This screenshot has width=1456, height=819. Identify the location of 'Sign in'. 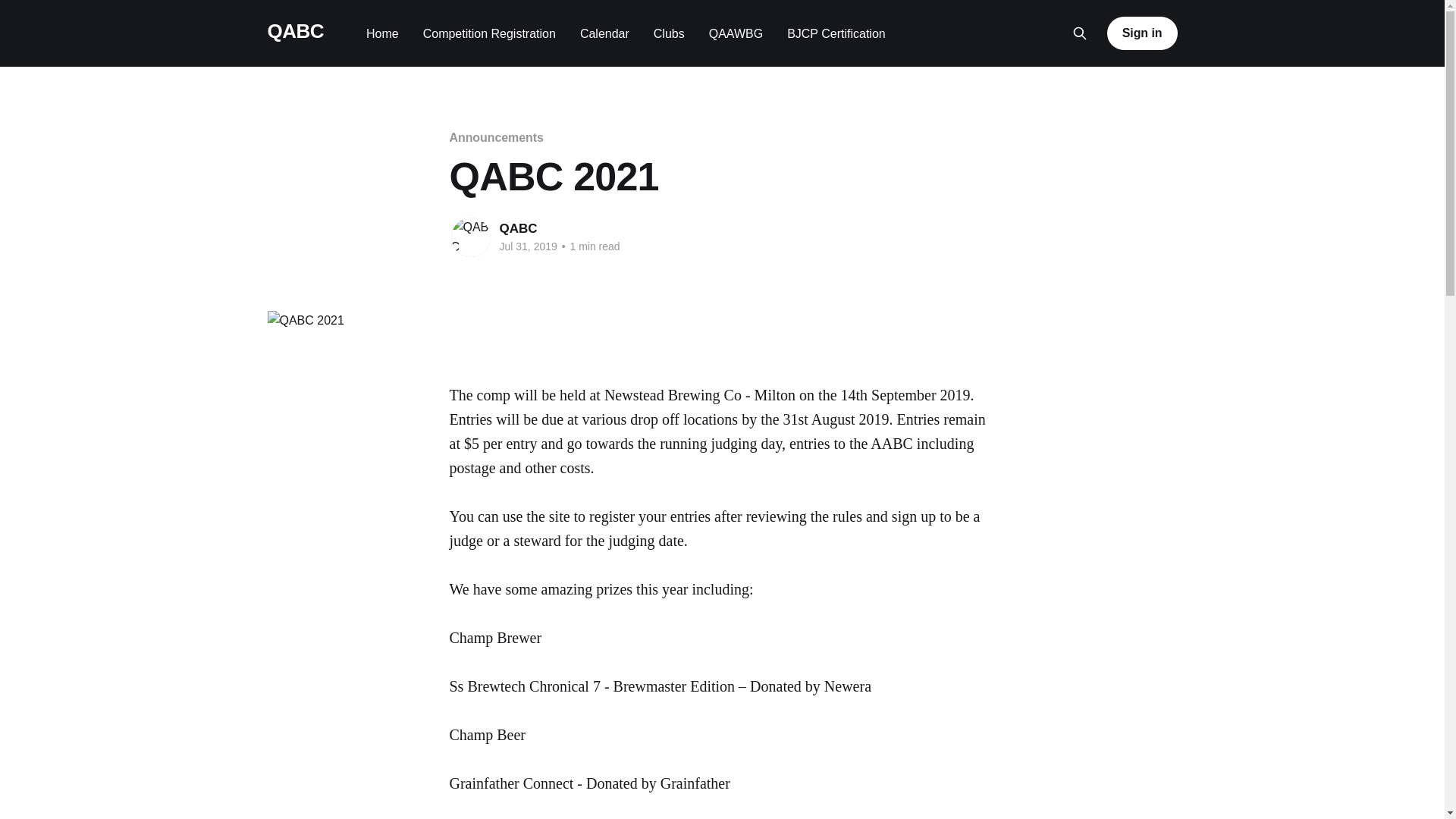
(1142, 33).